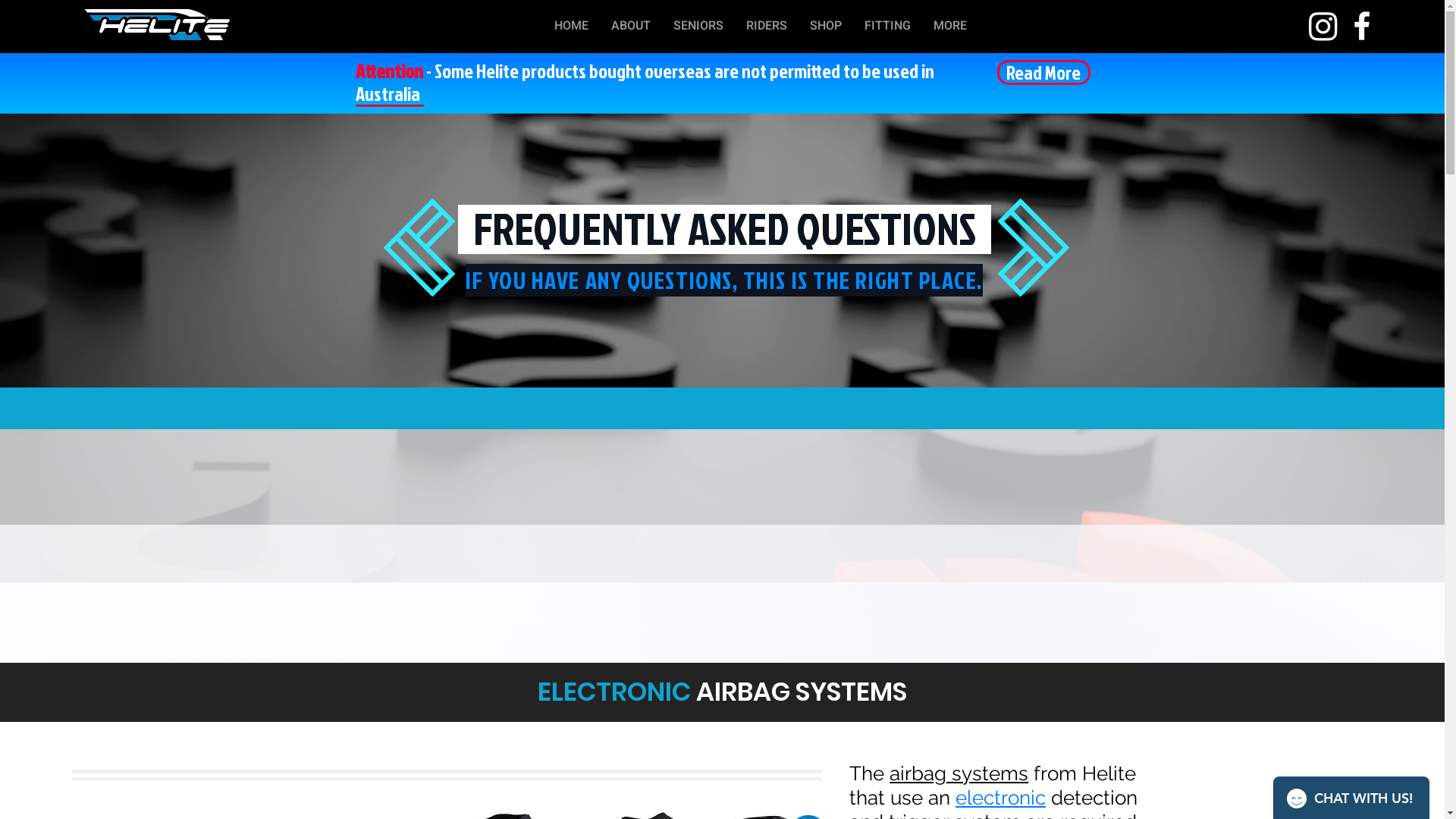  What do you see at coordinates (1042, 72) in the screenshot?
I see `'Read More'` at bounding box center [1042, 72].